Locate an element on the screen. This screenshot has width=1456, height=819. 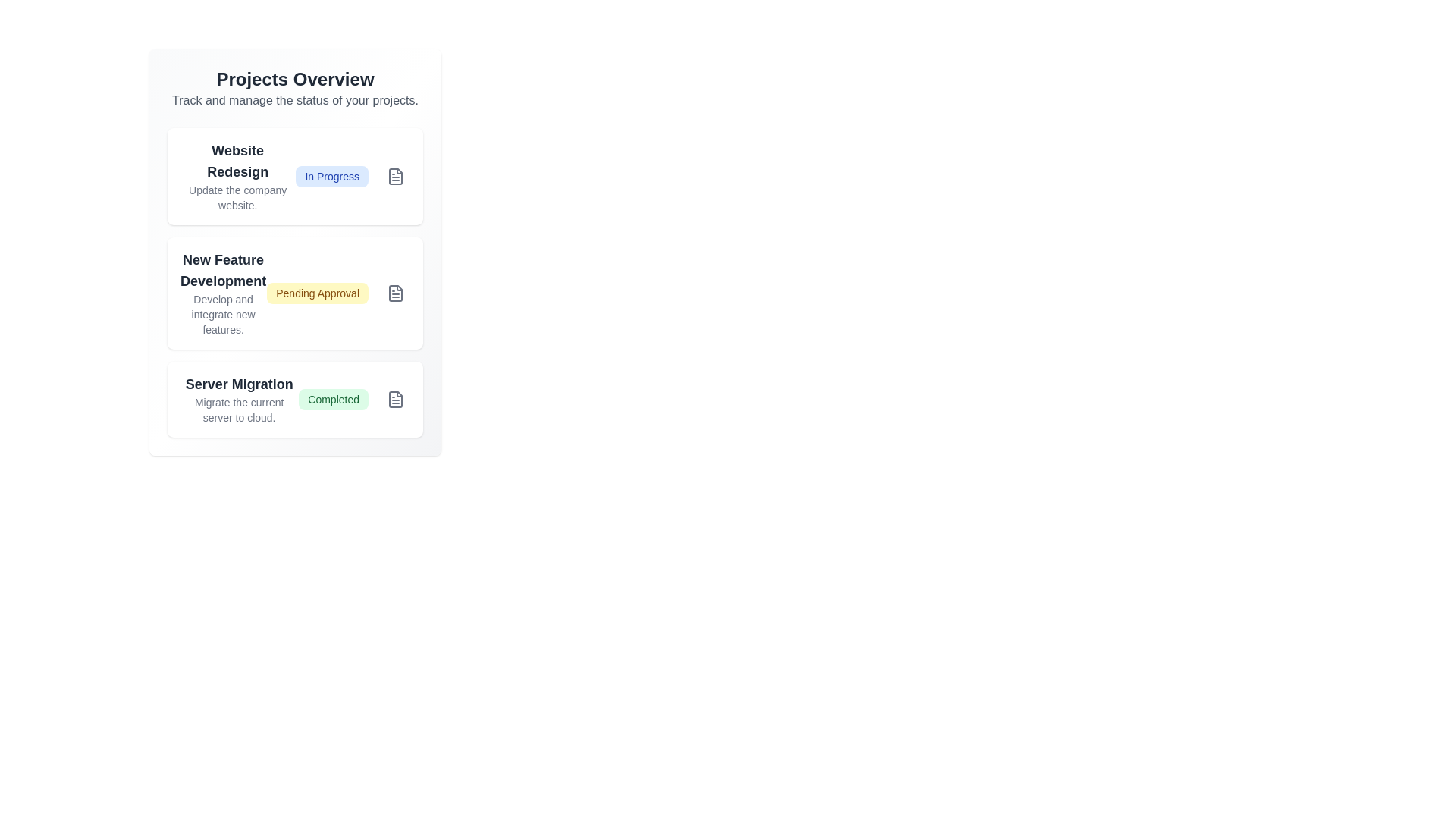
the icon button associated with the project named Website Redesign is located at coordinates (396, 175).